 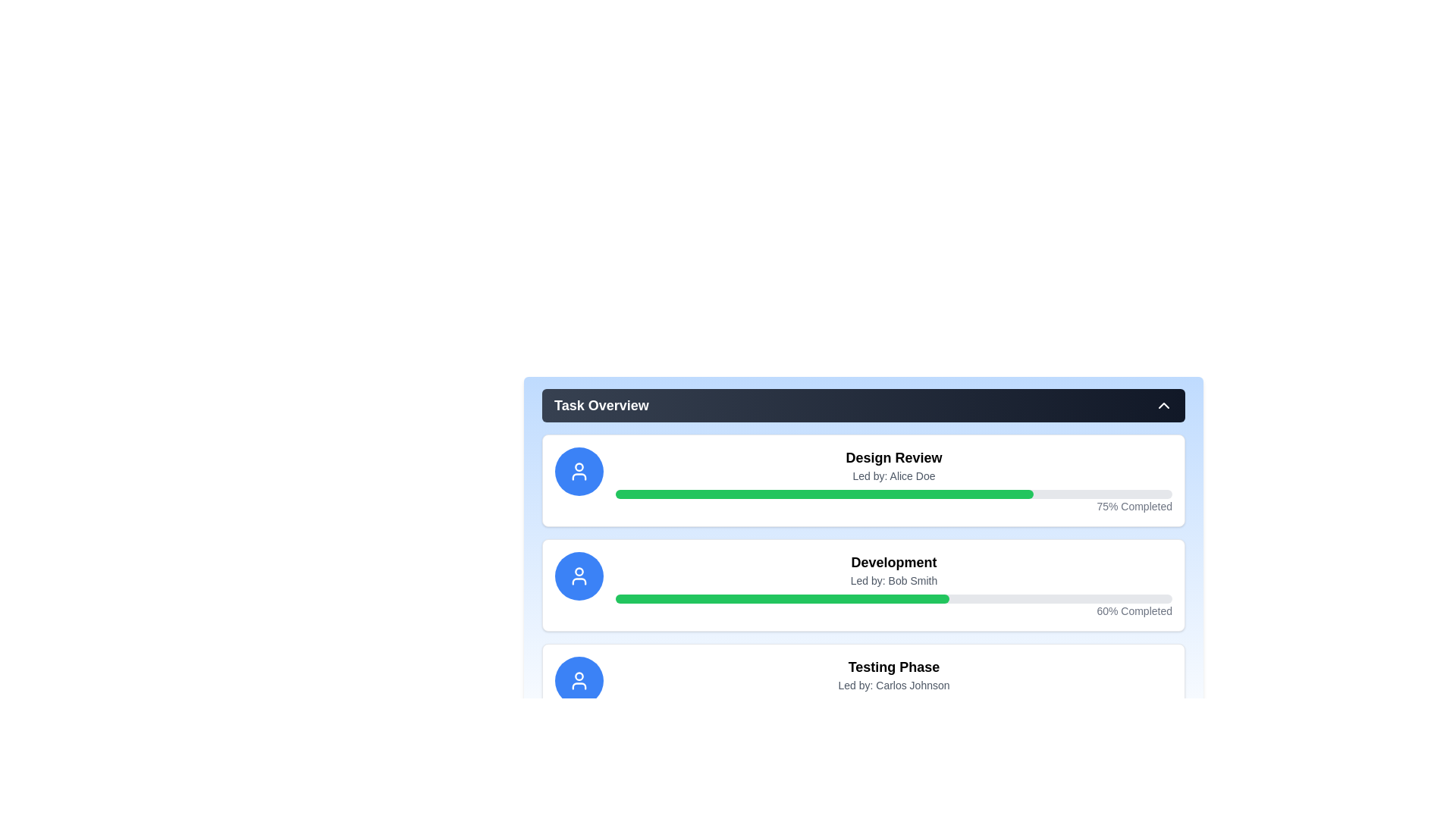 I want to click on task details displayed in the task overview dashboard, which includes tasks such as 'Design Review,' 'Development,' and 'Testing Phase.', so click(x=863, y=562).